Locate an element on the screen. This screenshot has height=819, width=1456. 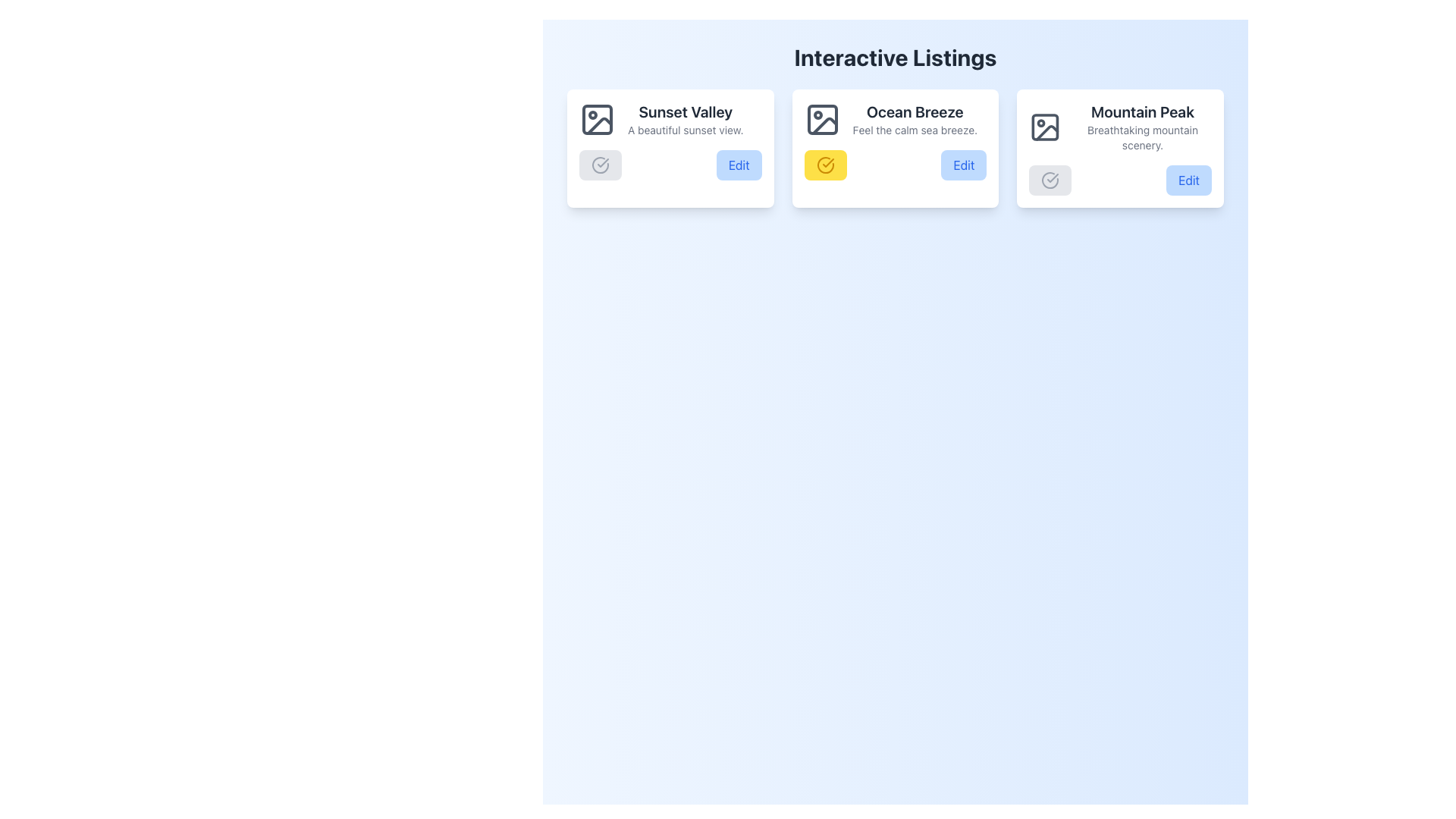
the circular check mark icon with a yellow fill and darker yellow stroke located inside the 'Ocean Breeze' card in the 'Interactive Listings' section is located at coordinates (824, 165).